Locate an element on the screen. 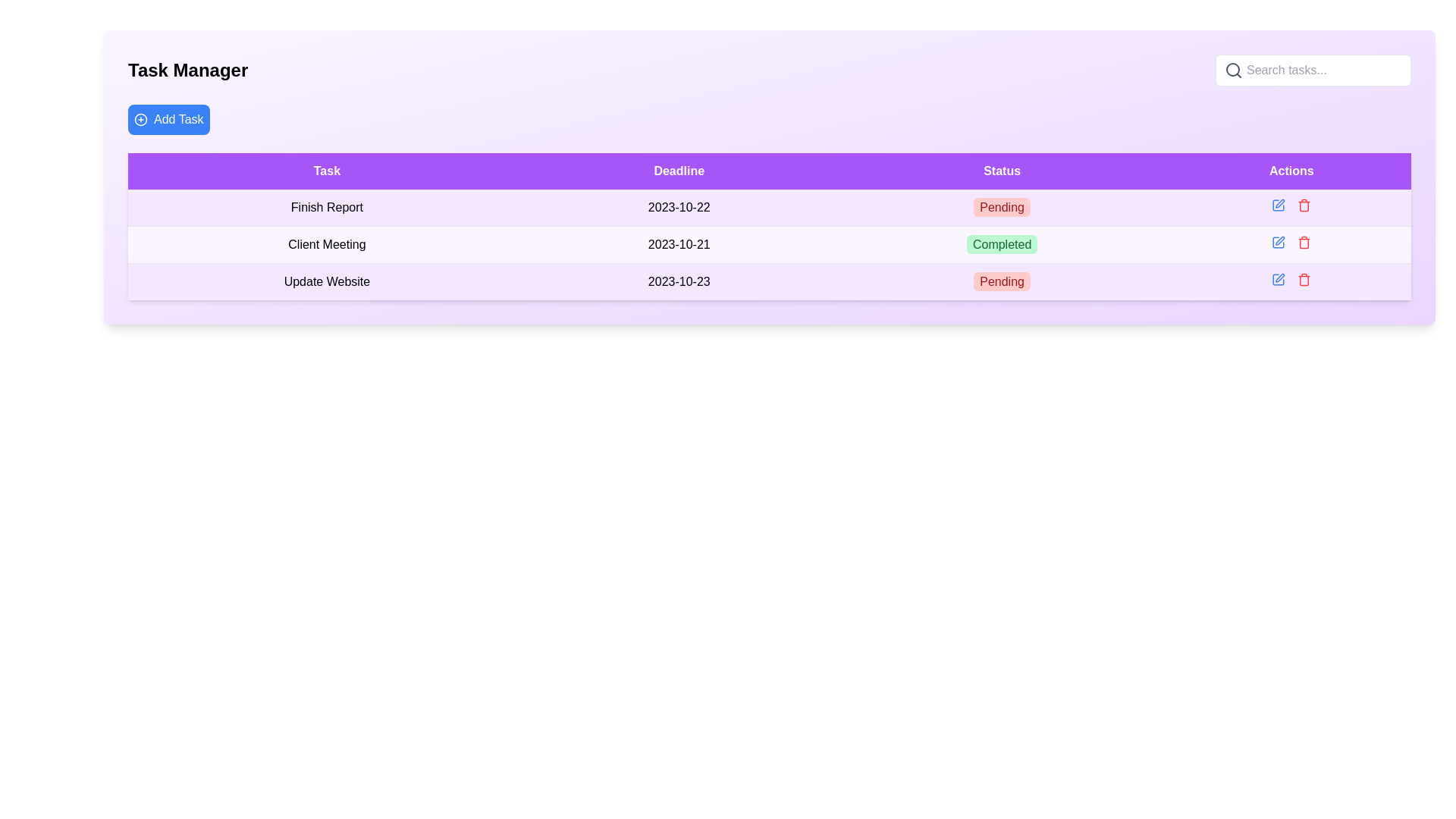 Image resolution: width=1456 pixels, height=819 pixels. the 'Status' column header of the table, which is the third header cell in the top row, labeled for user clarity is located at coordinates (1002, 171).